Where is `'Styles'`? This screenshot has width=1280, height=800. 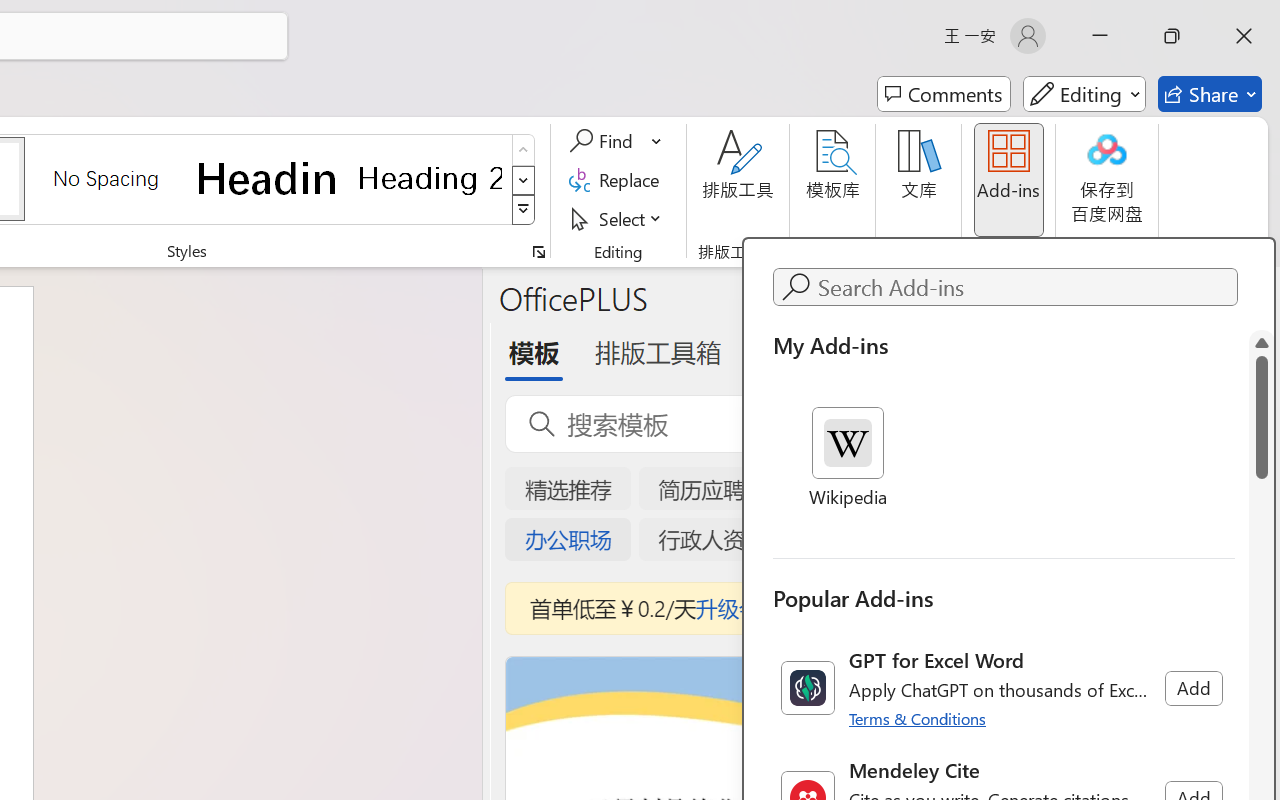 'Styles' is located at coordinates (523, 210).